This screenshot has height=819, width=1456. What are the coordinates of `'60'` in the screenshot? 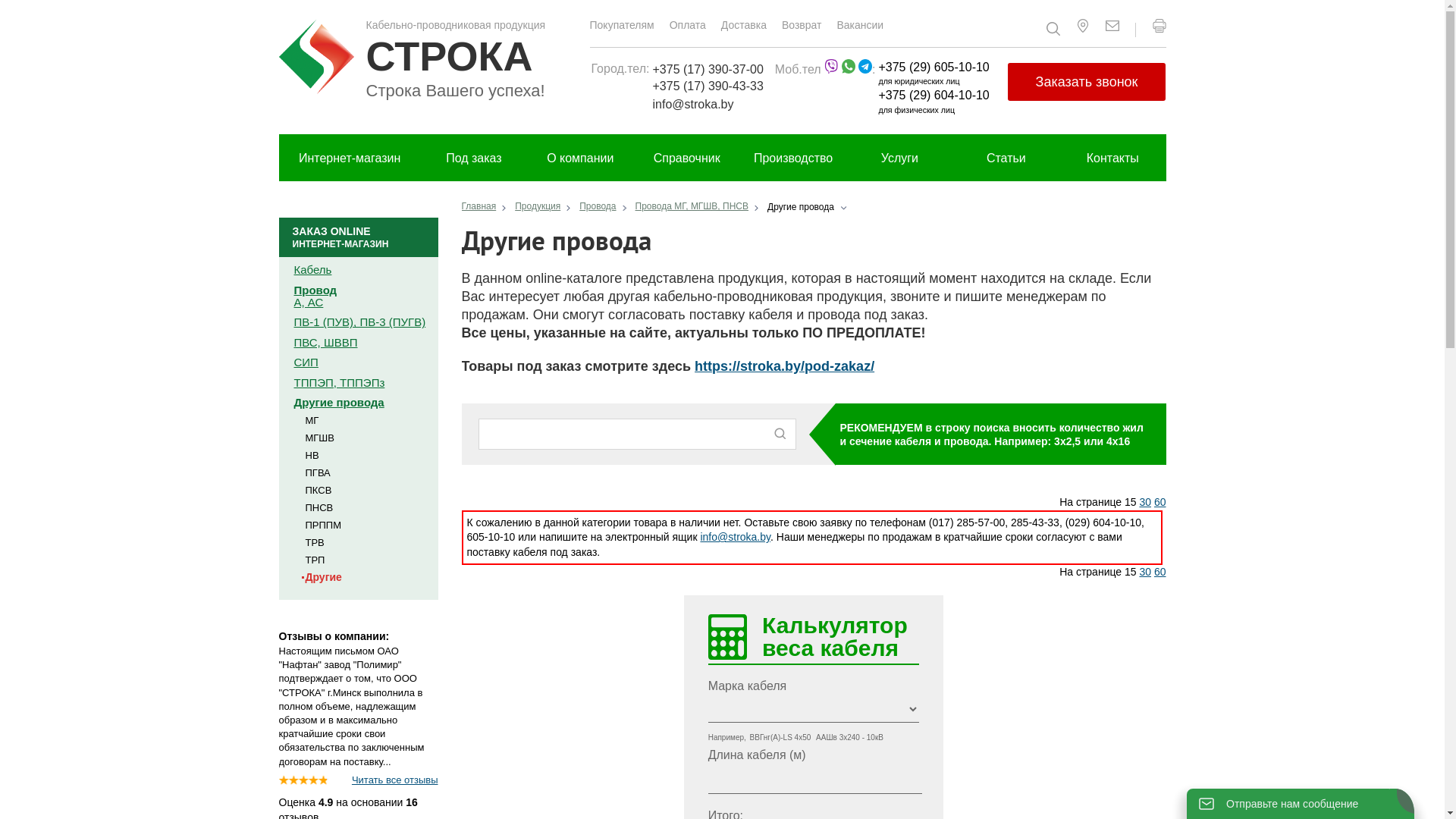 It's located at (1159, 571).